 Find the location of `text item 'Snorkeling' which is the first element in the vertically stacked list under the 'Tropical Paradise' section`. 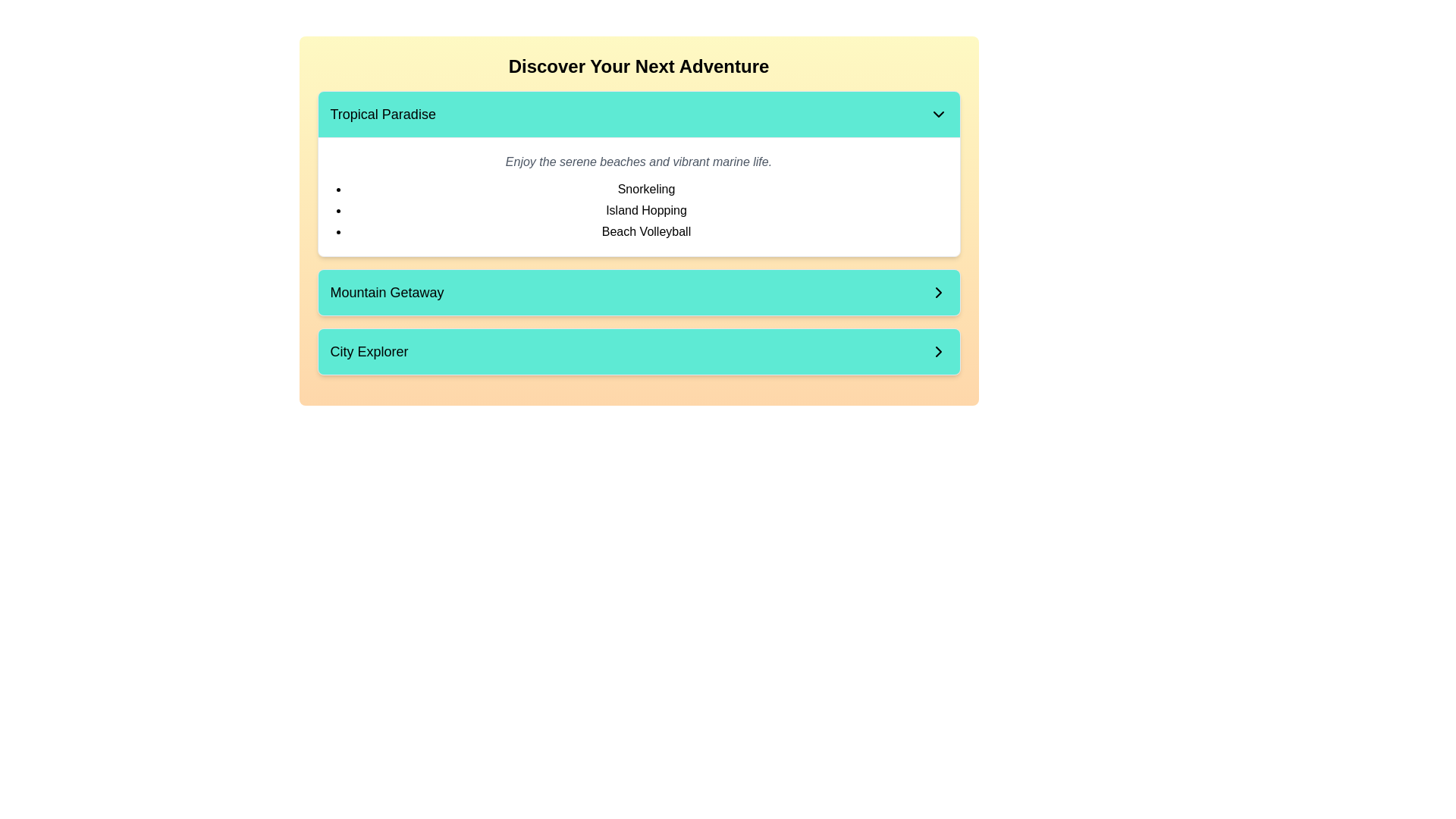

text item 'Snorkeling' which is the first element in the vertically stacked list under the 'Tropical Paradise' section is located at coordinates (646, 189).